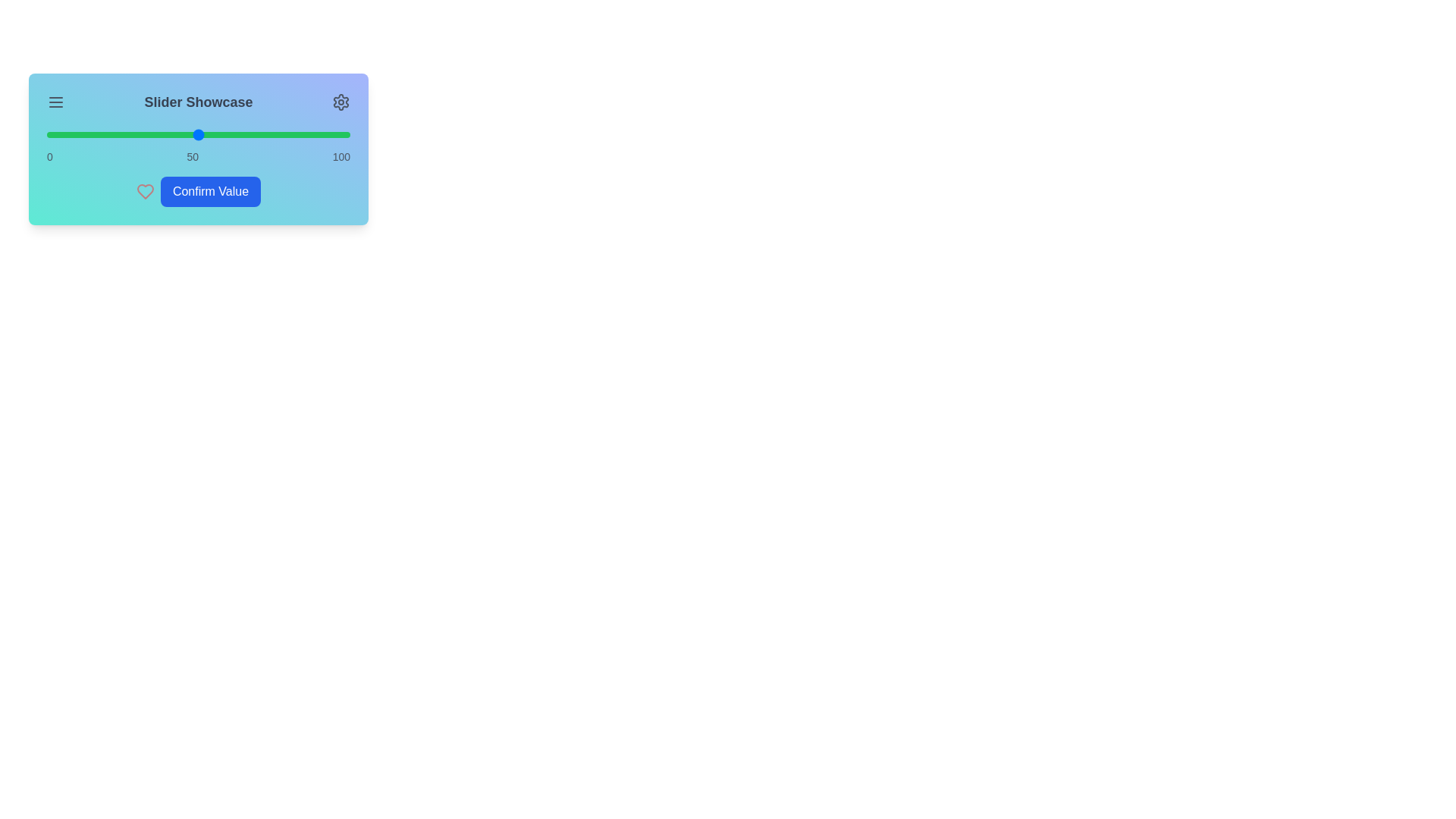  I want to click on the slider to 89%, so click(315, 133).